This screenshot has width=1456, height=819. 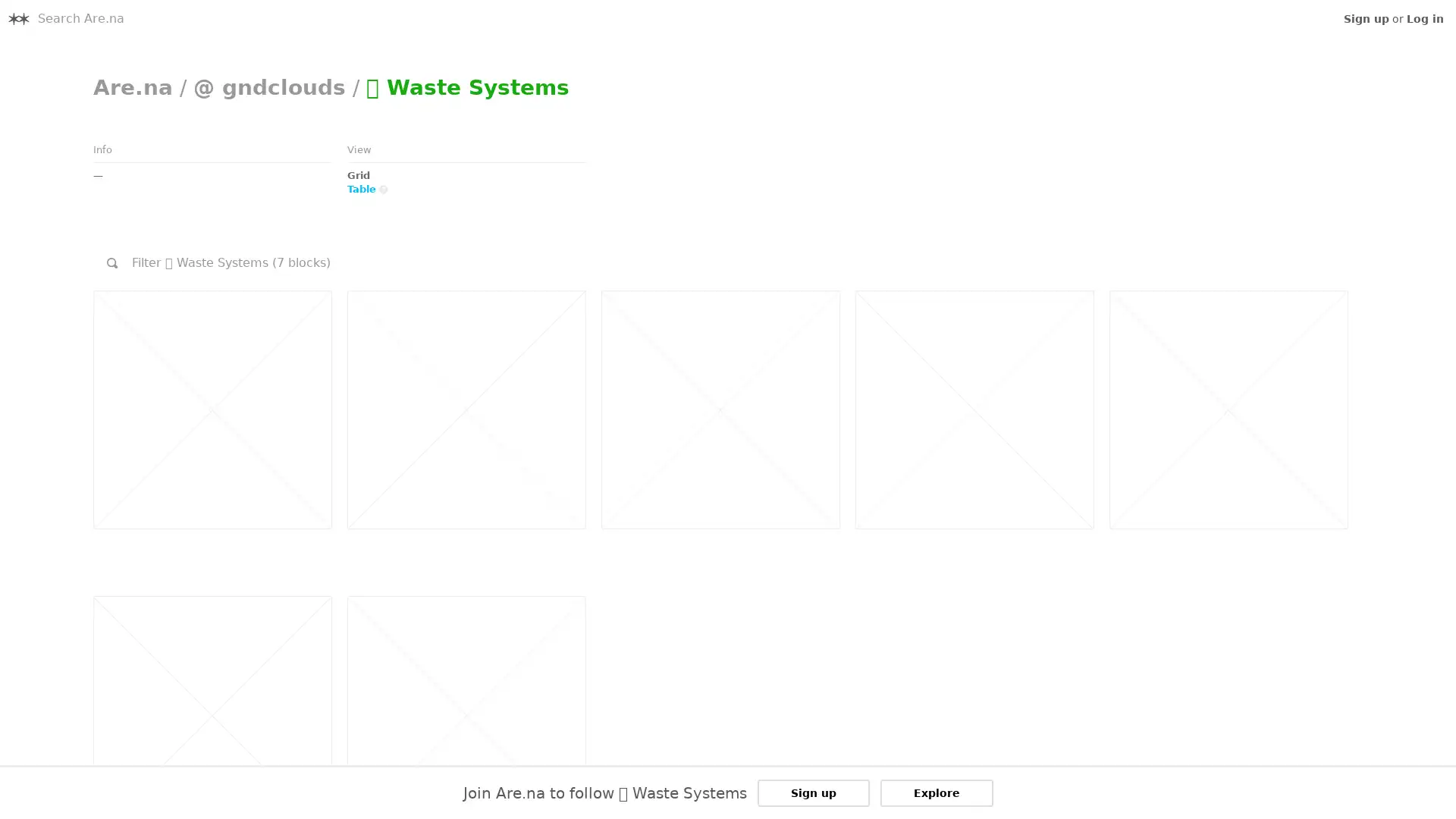 What do you see at coordinates (211, 409) in the screenshot?
I see `Link to Link: Recycling Animal and Human Dung is the Key to Sustainable Farming` at bounding box center [211, 409].